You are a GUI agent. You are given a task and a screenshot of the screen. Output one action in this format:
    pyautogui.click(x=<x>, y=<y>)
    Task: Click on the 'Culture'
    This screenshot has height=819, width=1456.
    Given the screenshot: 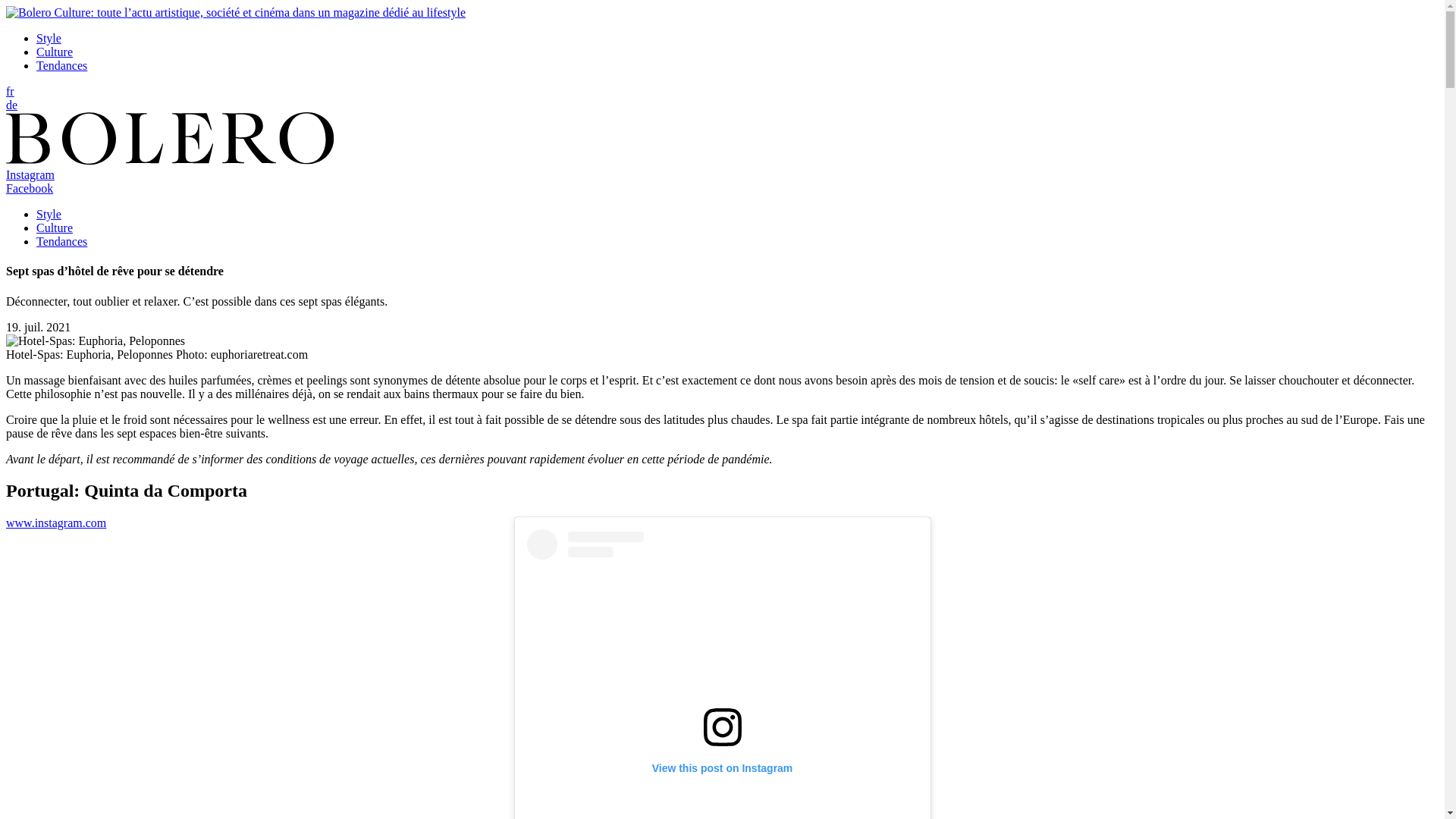 What is the action you would take?
    pyautogui.click(x=55, y=227)
    